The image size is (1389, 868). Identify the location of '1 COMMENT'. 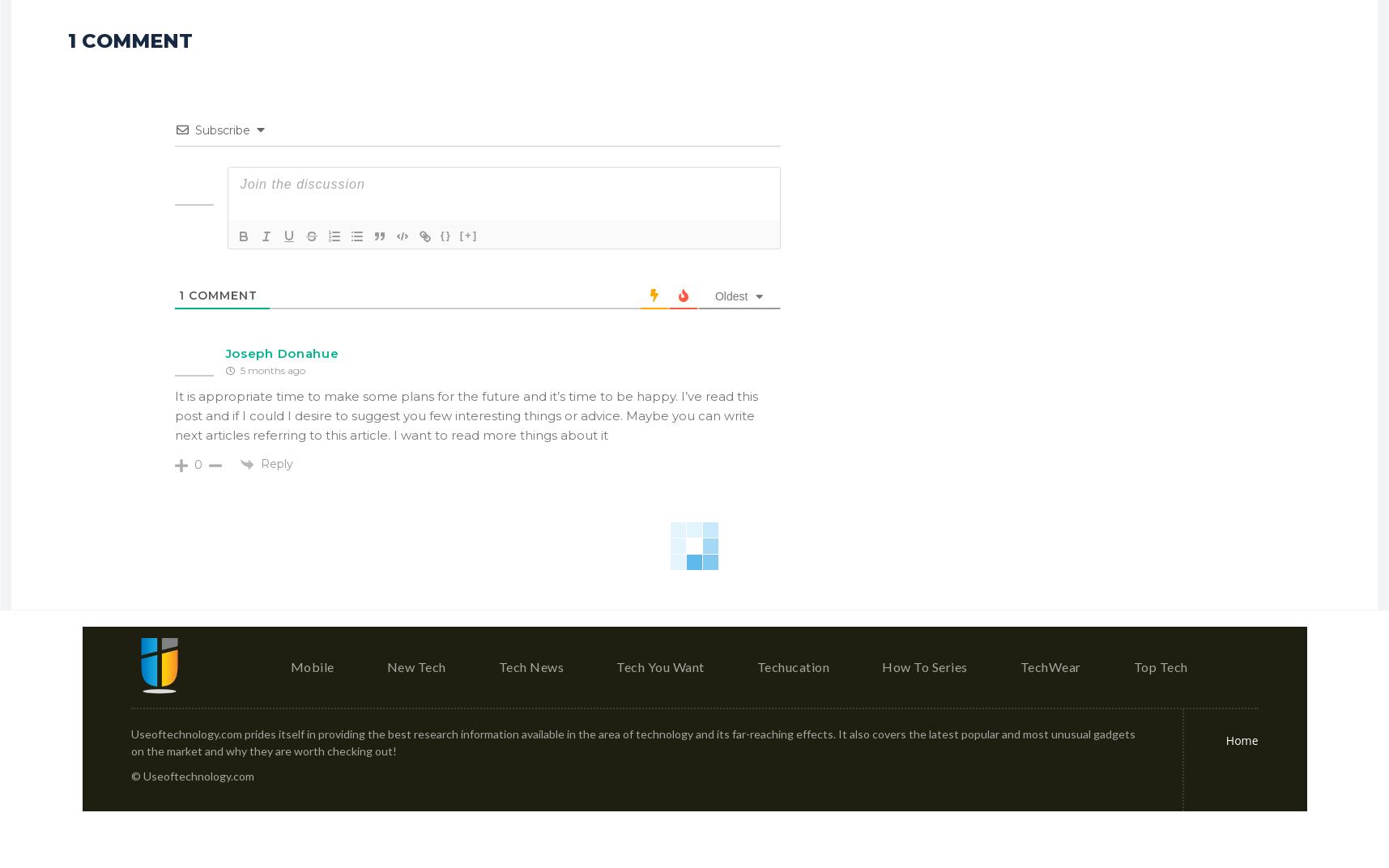
(67, 39).